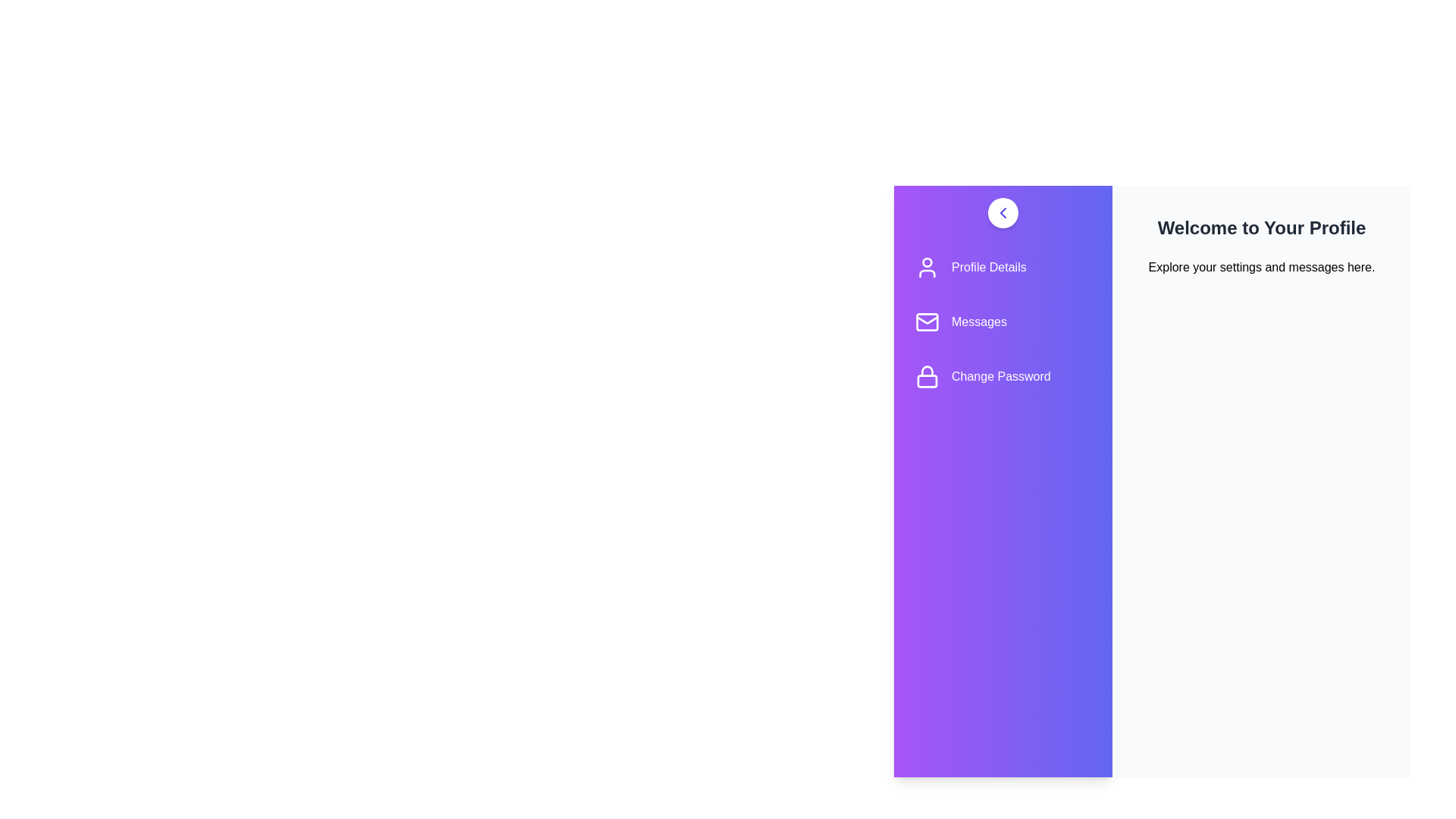 The width and height of the screenshot is (1456, 819). Describe the element at coordinates (1003, 321) in the screenshot. I see `the menu item corresponding to Messages` at that location.